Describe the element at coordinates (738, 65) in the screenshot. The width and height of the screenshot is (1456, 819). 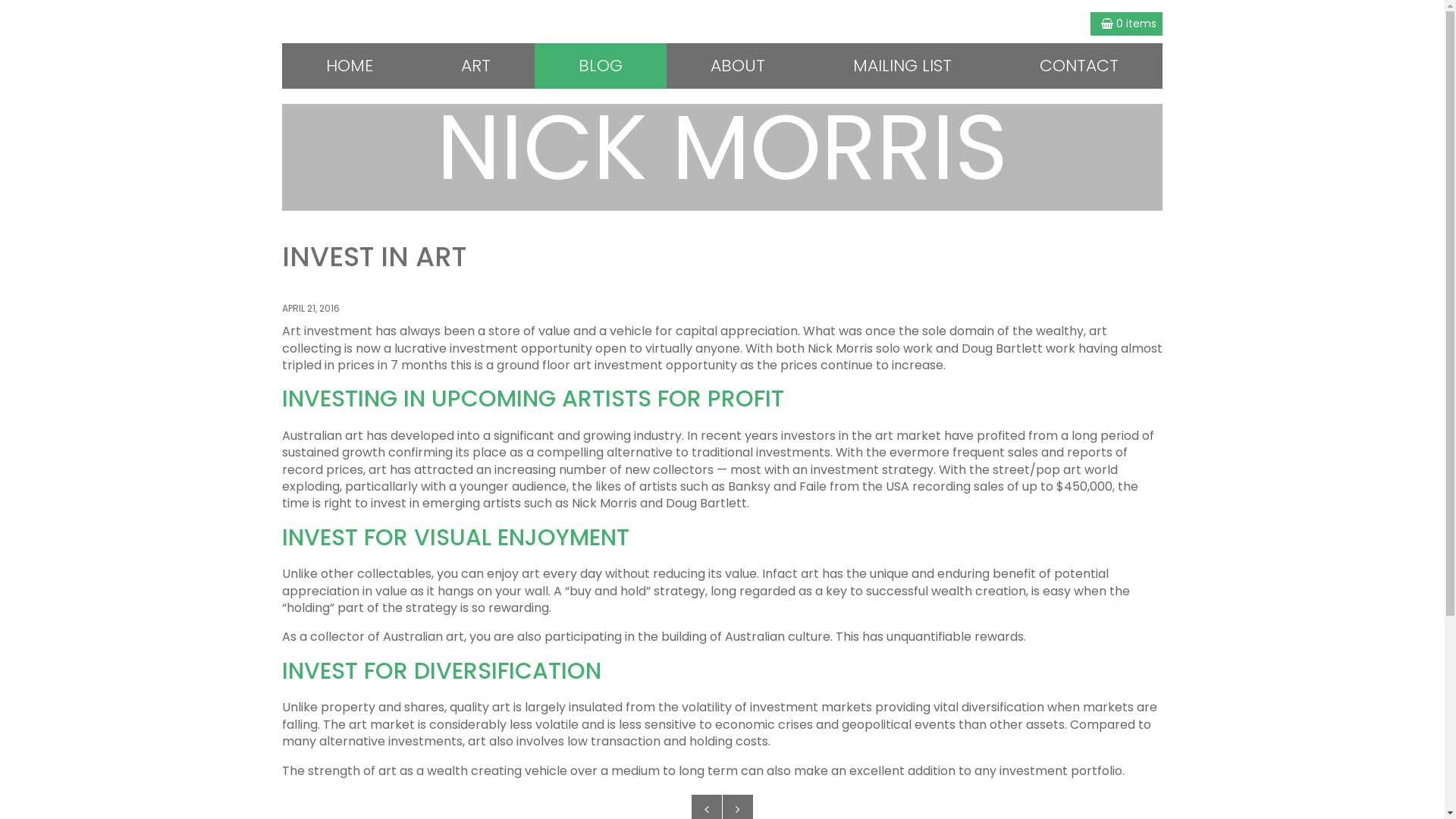
I see `'ABOUT'` at that location.